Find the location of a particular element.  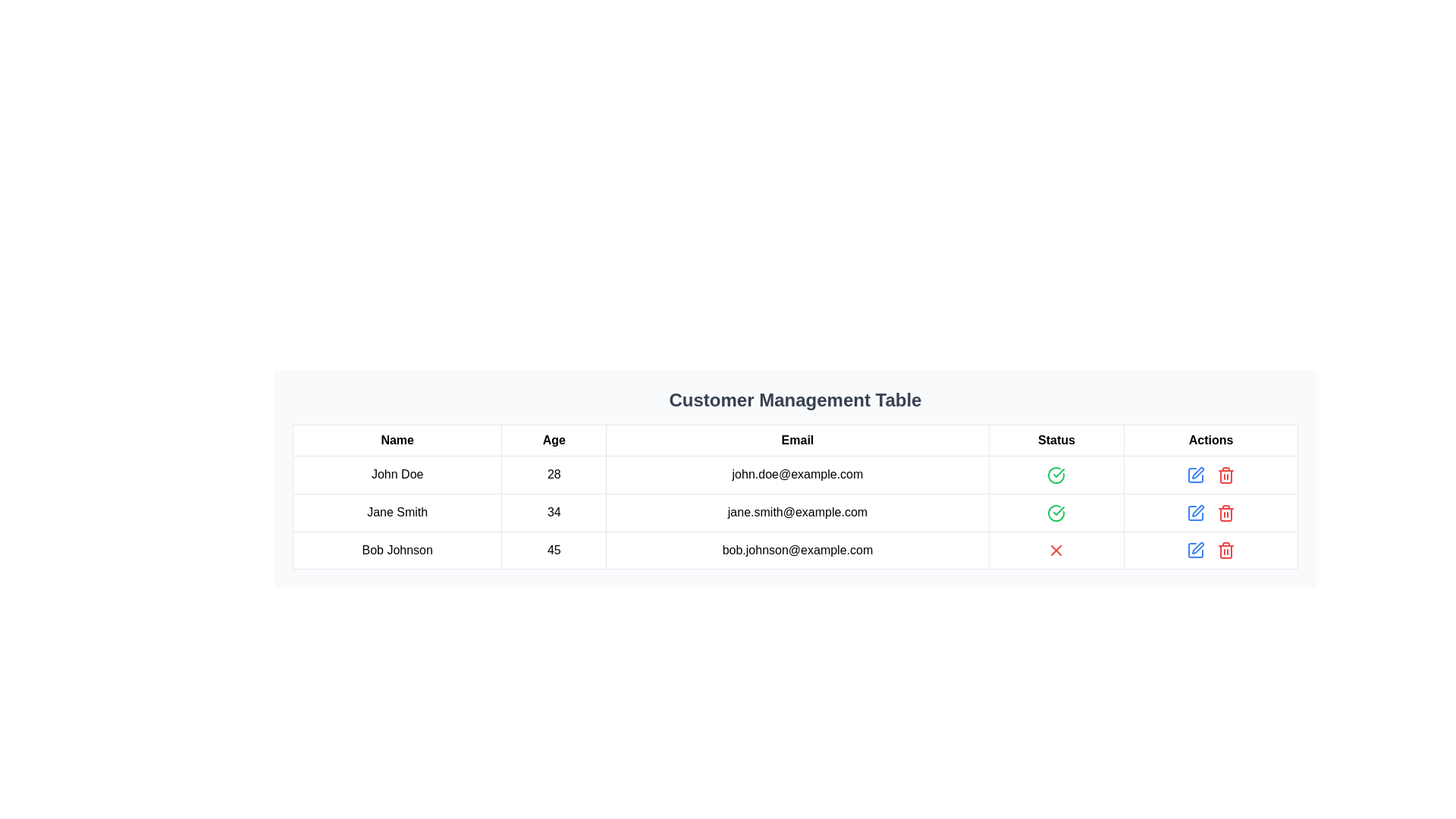

the icon button resembling a pen in the 'Actions' column of the third row is located at coordinates (1195, 512).